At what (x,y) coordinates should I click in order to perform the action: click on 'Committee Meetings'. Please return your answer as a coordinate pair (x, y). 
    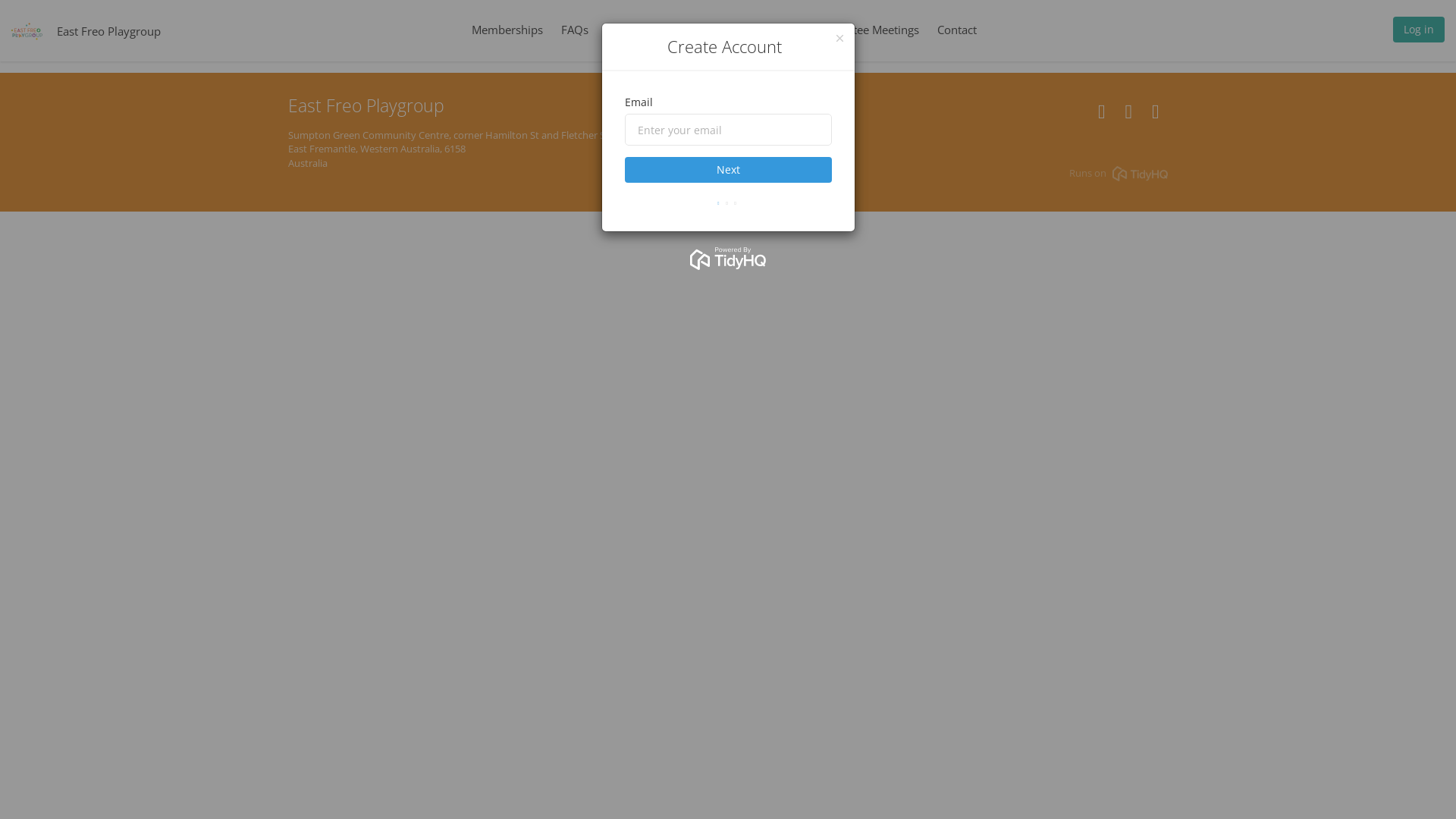
    Looking at the image, I should click on (865, 30).